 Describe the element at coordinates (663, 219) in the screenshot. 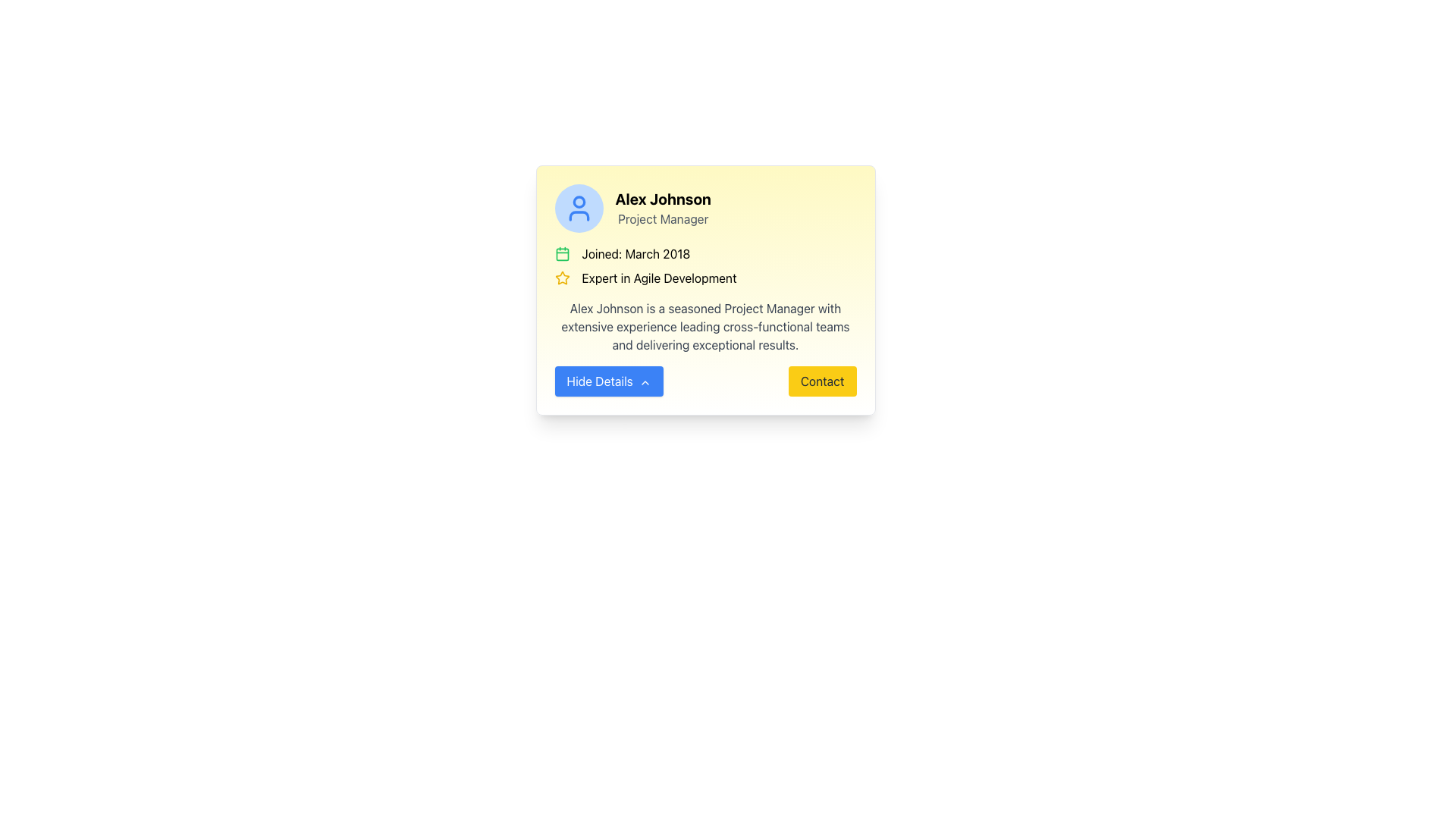

I see `the text label displaying the title 'Project Manager', which is located directly beneath the name 'Alex Johnson' in the profile card` at that location.